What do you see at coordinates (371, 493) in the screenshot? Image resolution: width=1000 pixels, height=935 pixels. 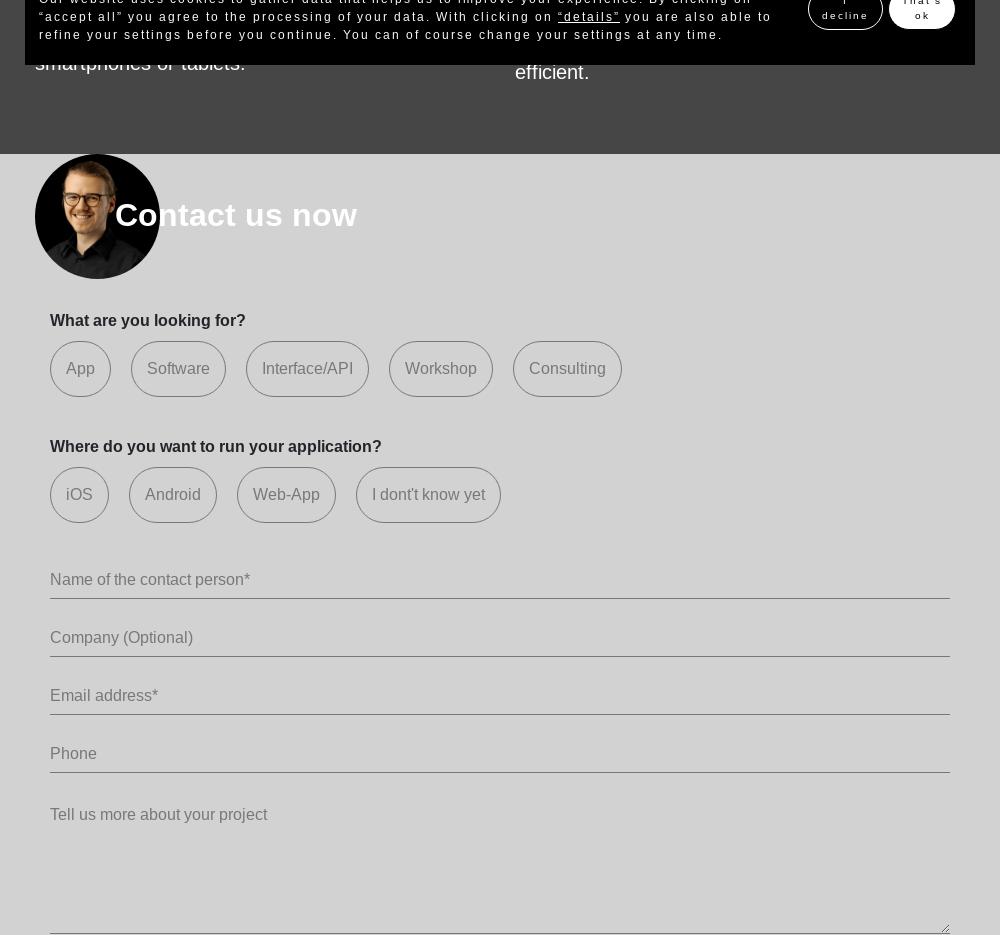 I see `'I dont't know yet'` at bounding box center [371, 493].